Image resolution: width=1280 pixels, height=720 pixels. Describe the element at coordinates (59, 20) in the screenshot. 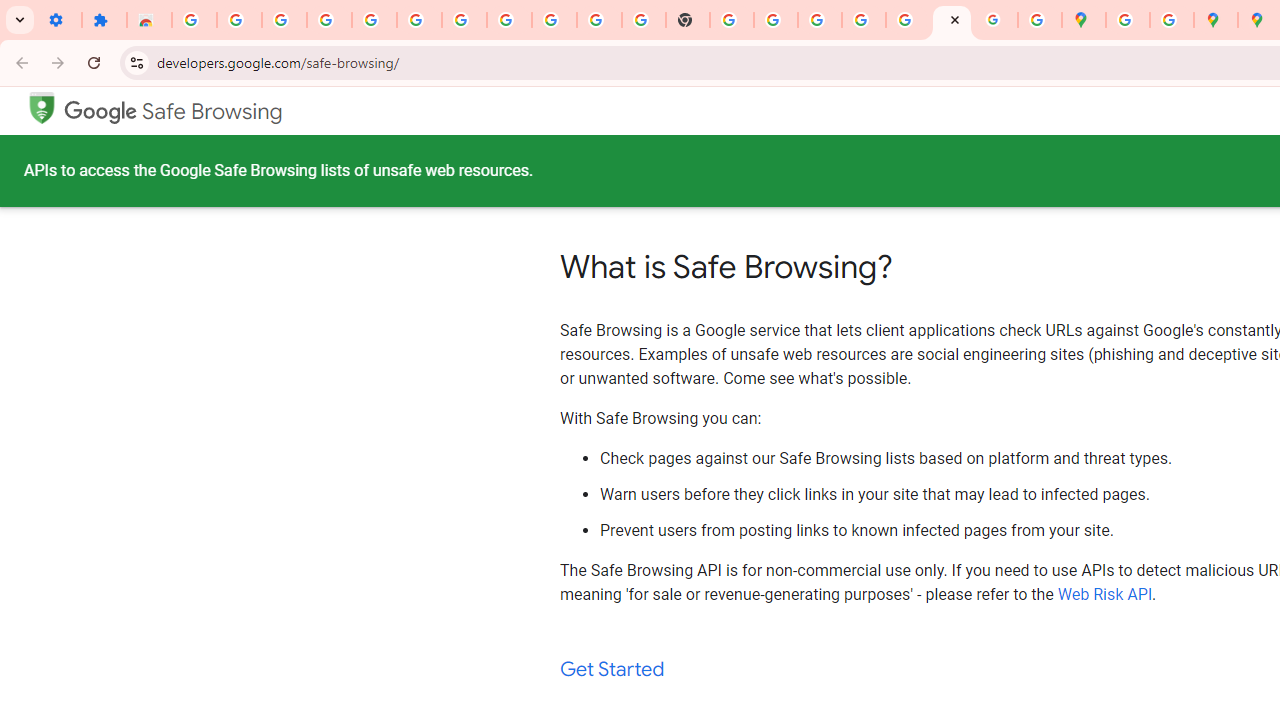

I see `'Settings - On startup'` at that location.